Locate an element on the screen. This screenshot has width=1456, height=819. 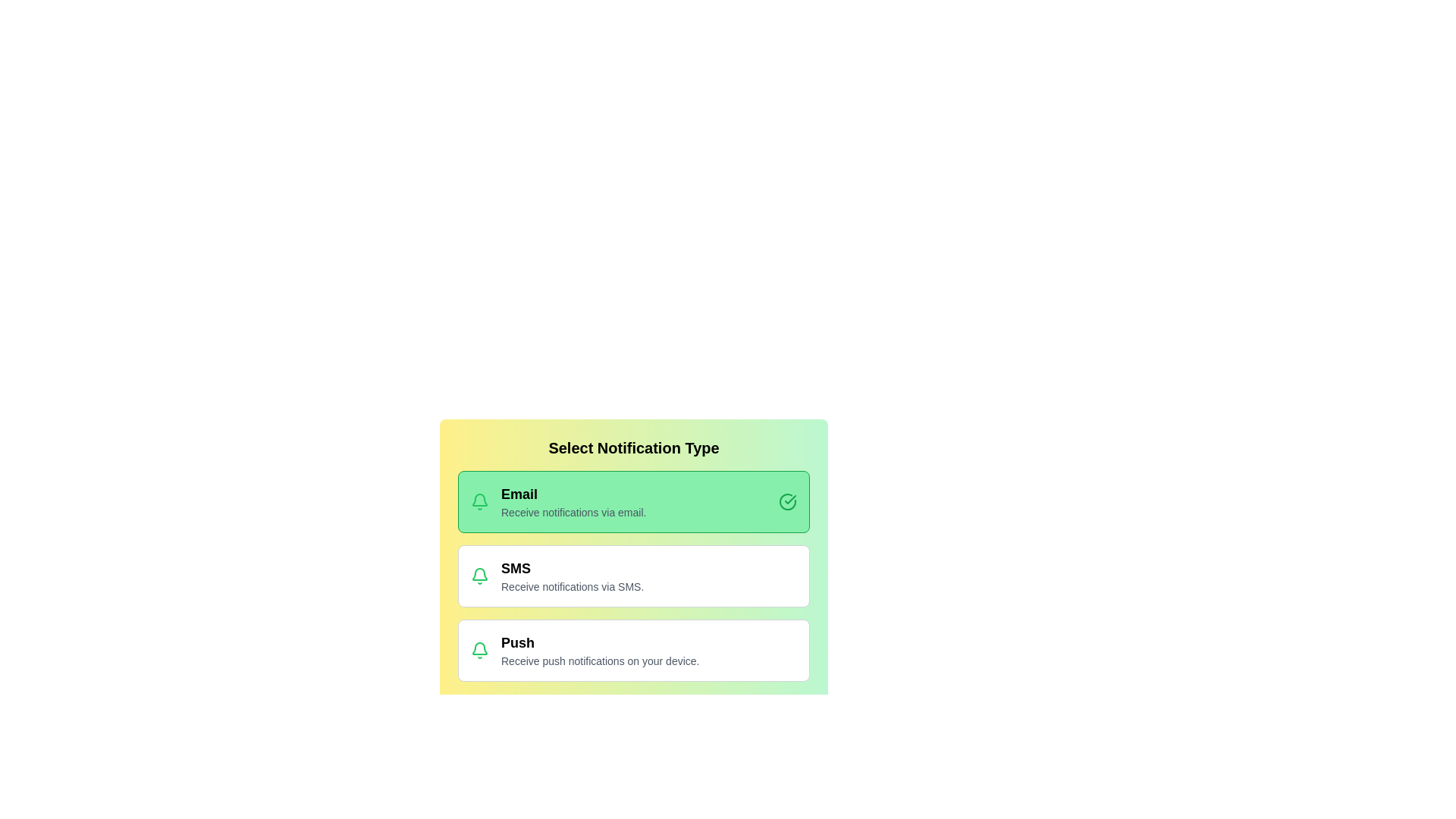
the SMS notification type button is located at coordinates (633, 576).